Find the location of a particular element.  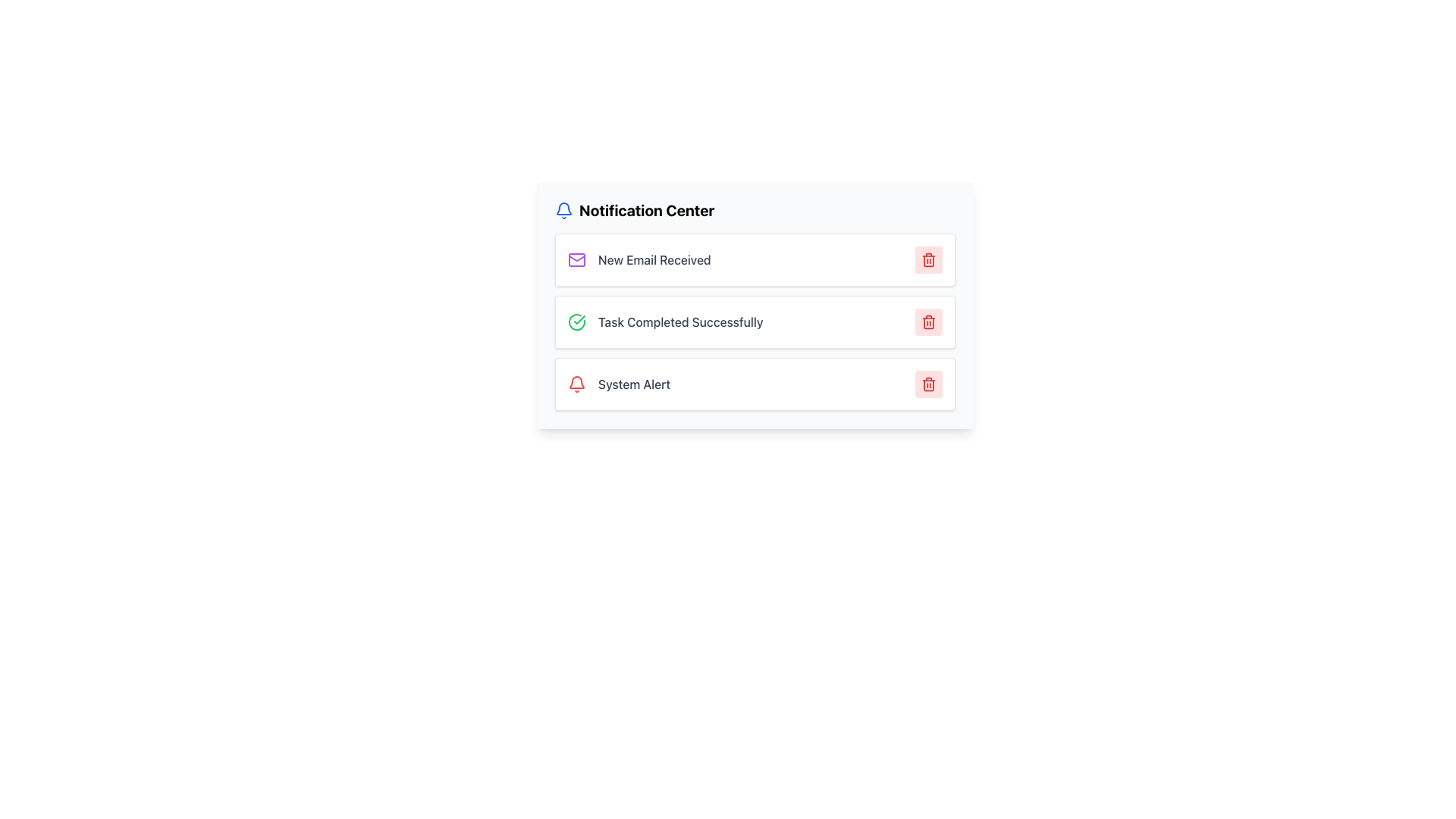

the static text label that serves as a notification title, located to the right of a red bell-shaped icon in the notification list is located at coordinates (634, 383).